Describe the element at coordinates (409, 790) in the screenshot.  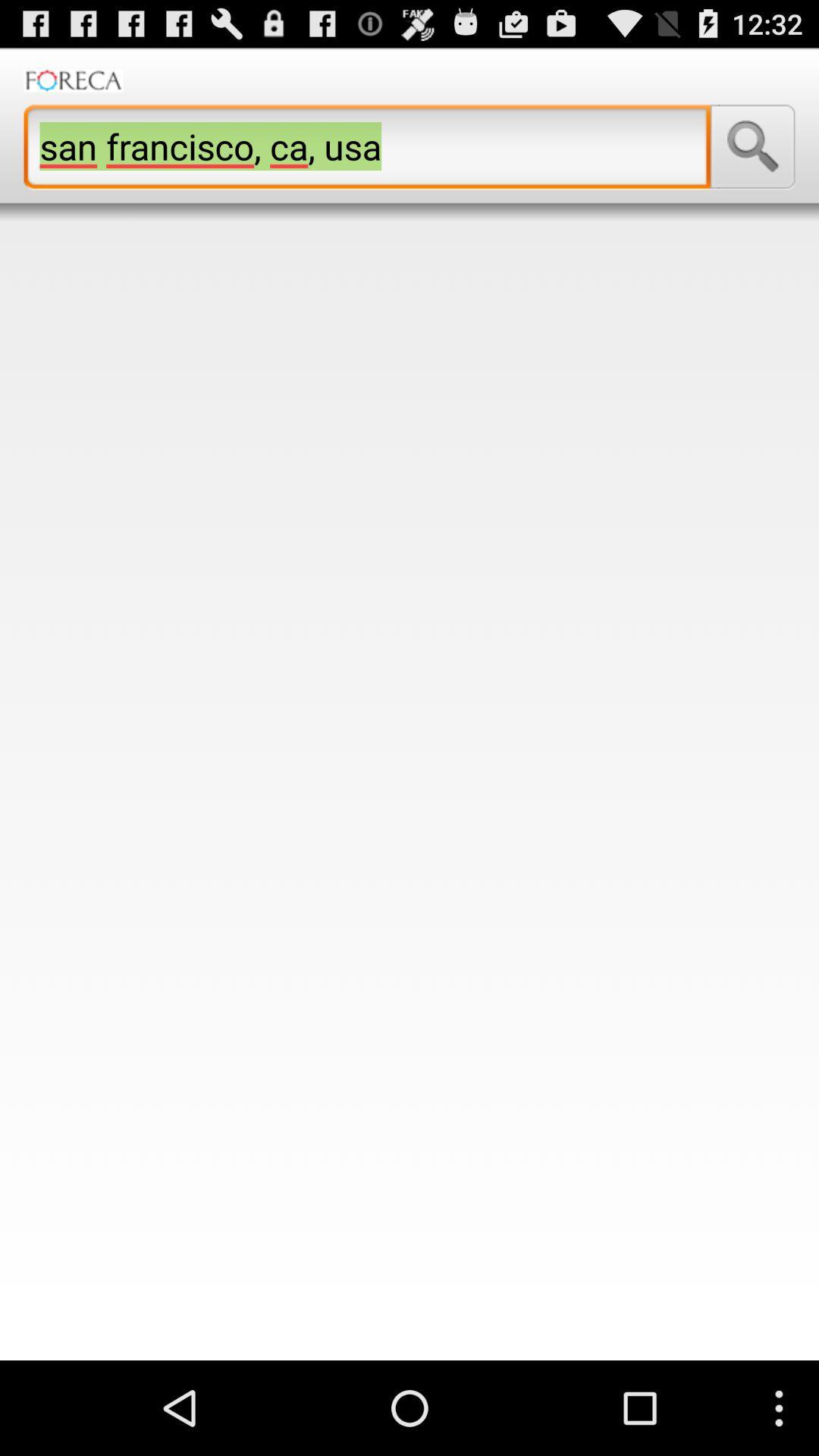
I see `icon below san francisco ca item` at that location.